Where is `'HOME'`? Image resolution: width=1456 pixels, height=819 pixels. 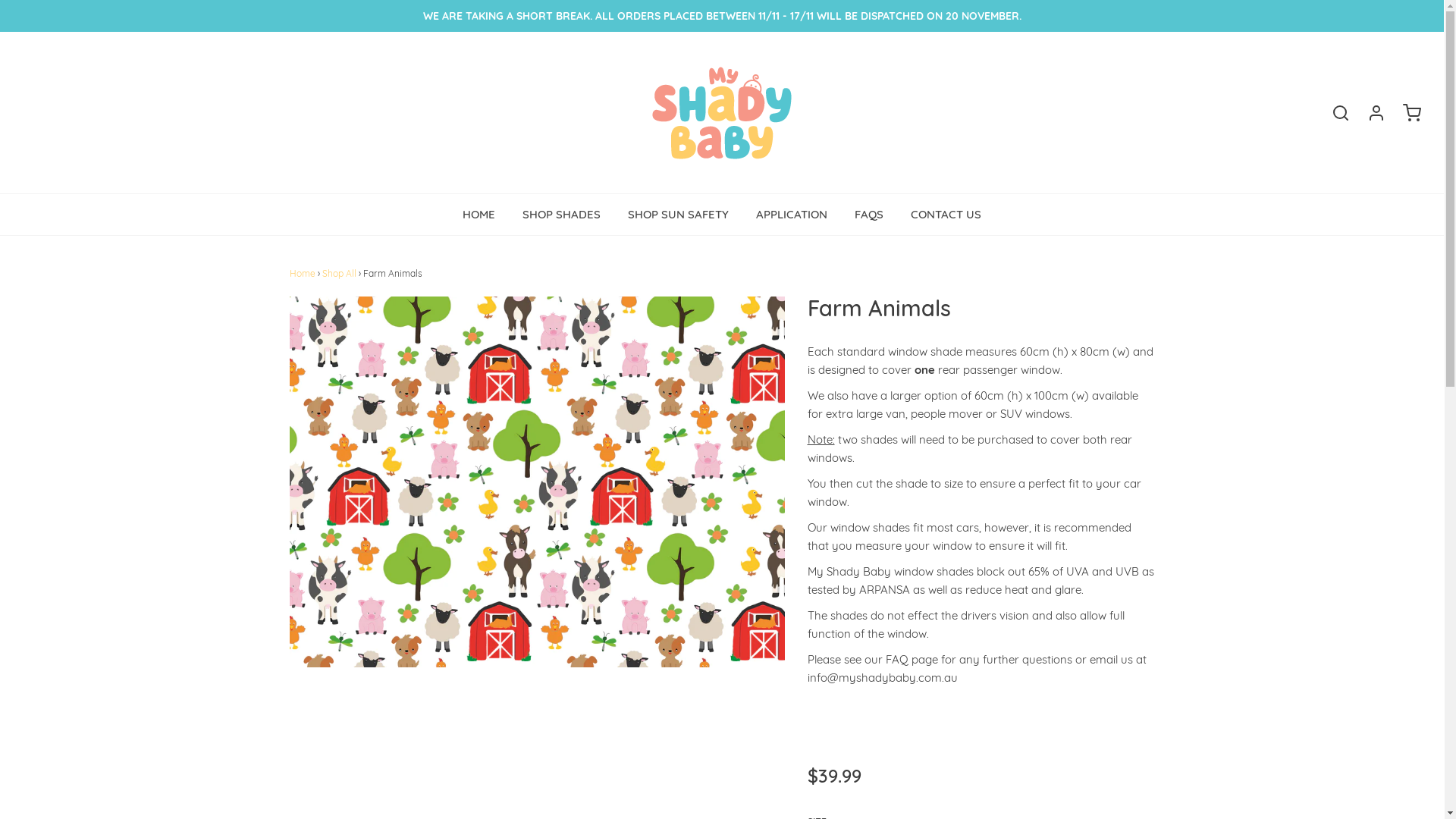
'HOME' is located at coordinates (478, 214).